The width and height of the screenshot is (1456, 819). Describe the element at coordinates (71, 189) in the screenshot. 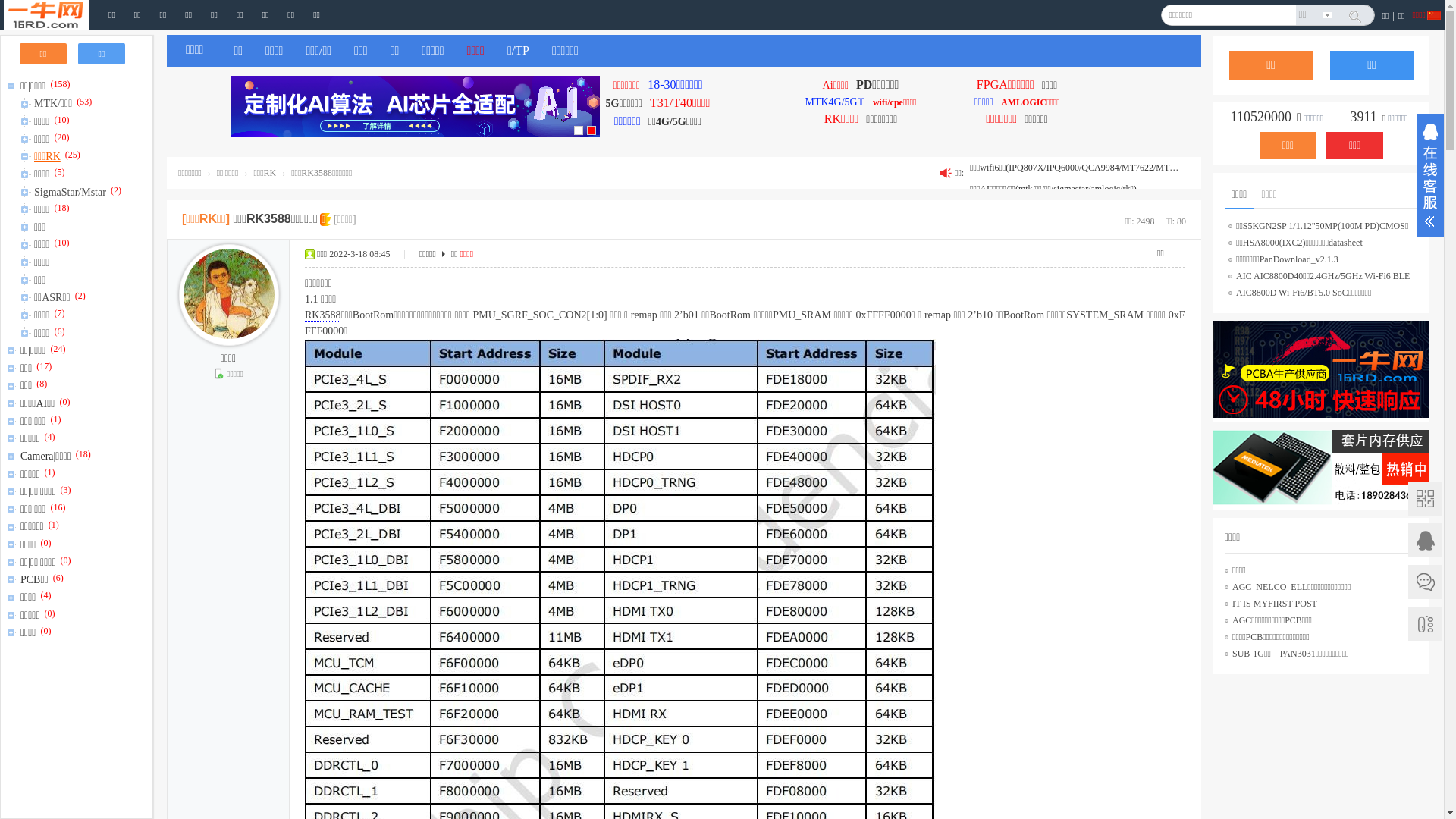

I see `'SigmaStar/Mstar'` at that location.